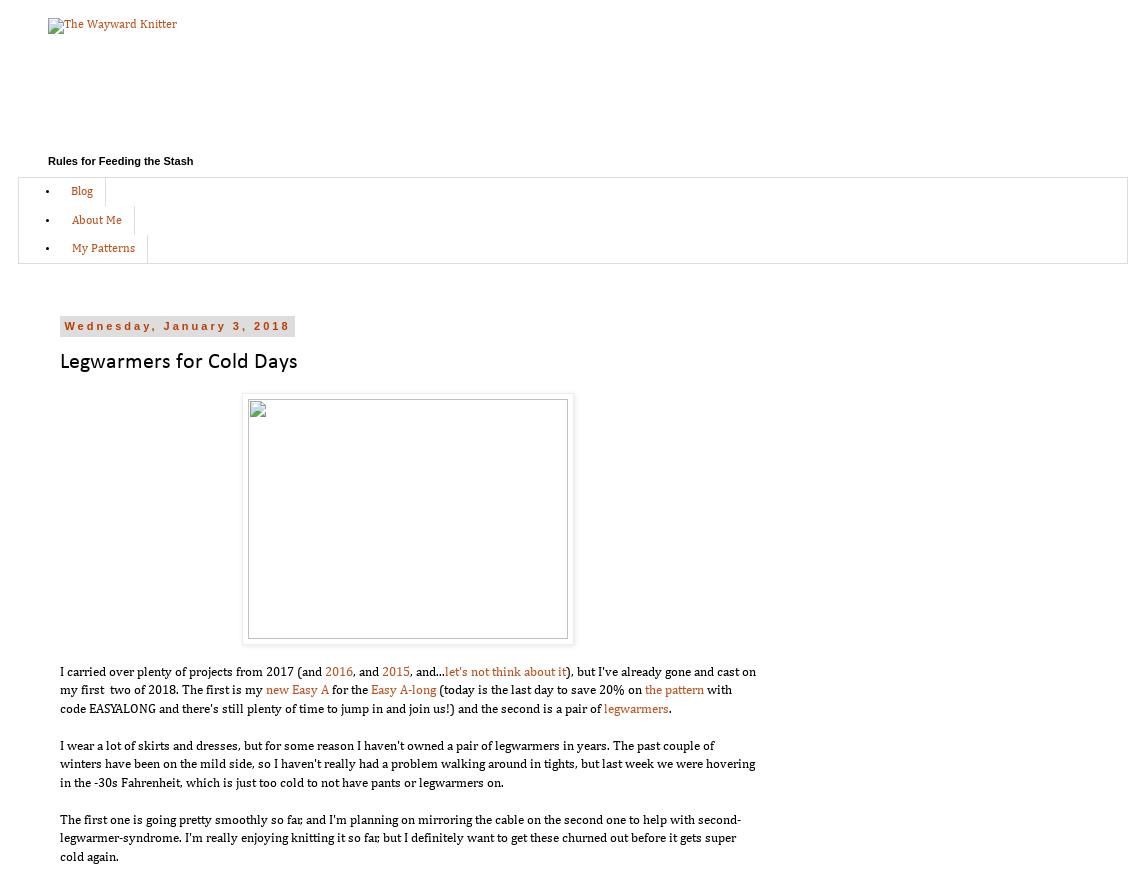 Image resolution: width=1138 pixels, height=880 pixels. I want to click on 'new Easy A', so click(265, 689).